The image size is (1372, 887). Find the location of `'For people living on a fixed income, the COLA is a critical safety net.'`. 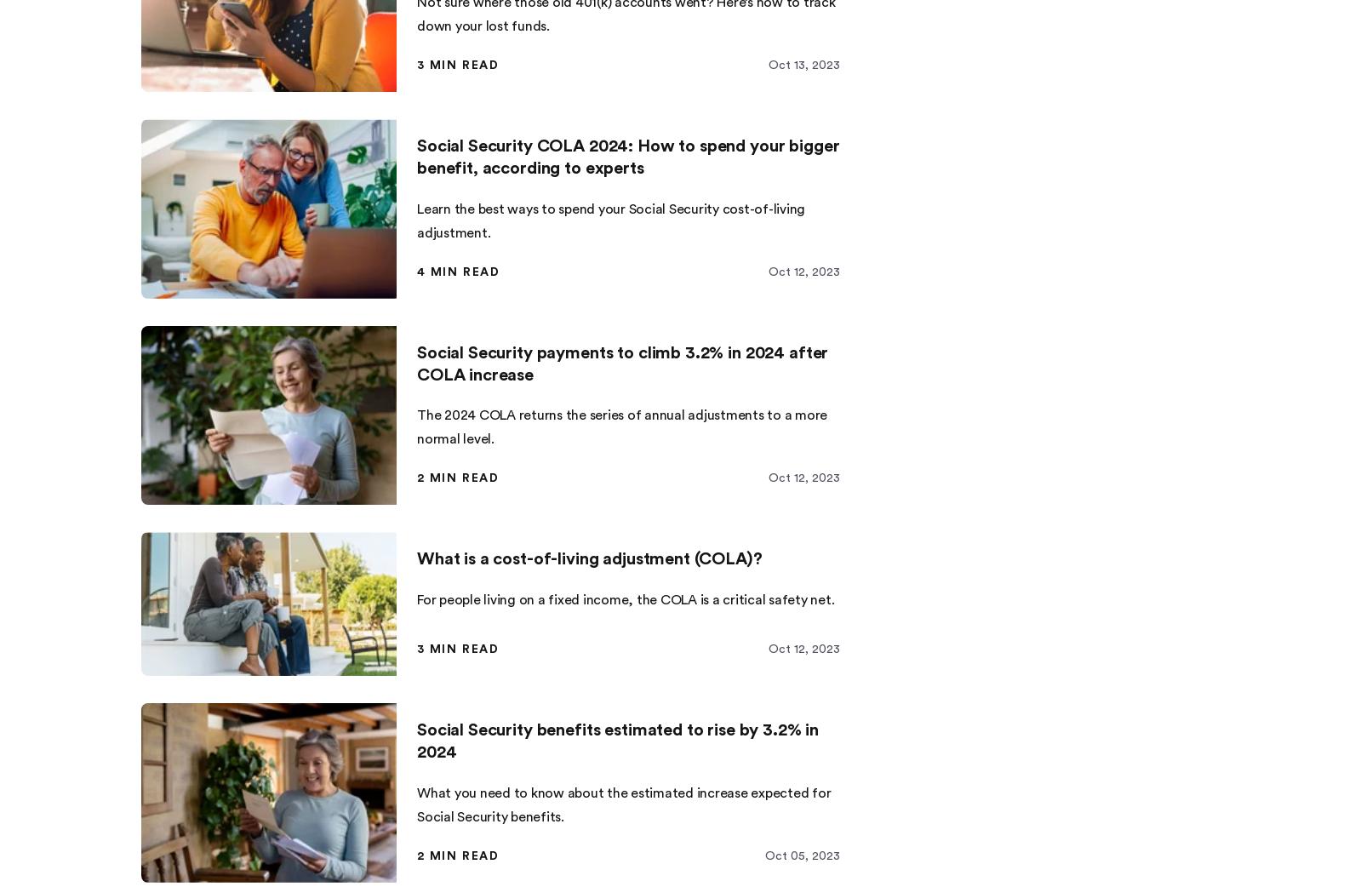

'For people living on a fixed income, the COLA is a critical safety net.' is located at coordinates (626, 598).